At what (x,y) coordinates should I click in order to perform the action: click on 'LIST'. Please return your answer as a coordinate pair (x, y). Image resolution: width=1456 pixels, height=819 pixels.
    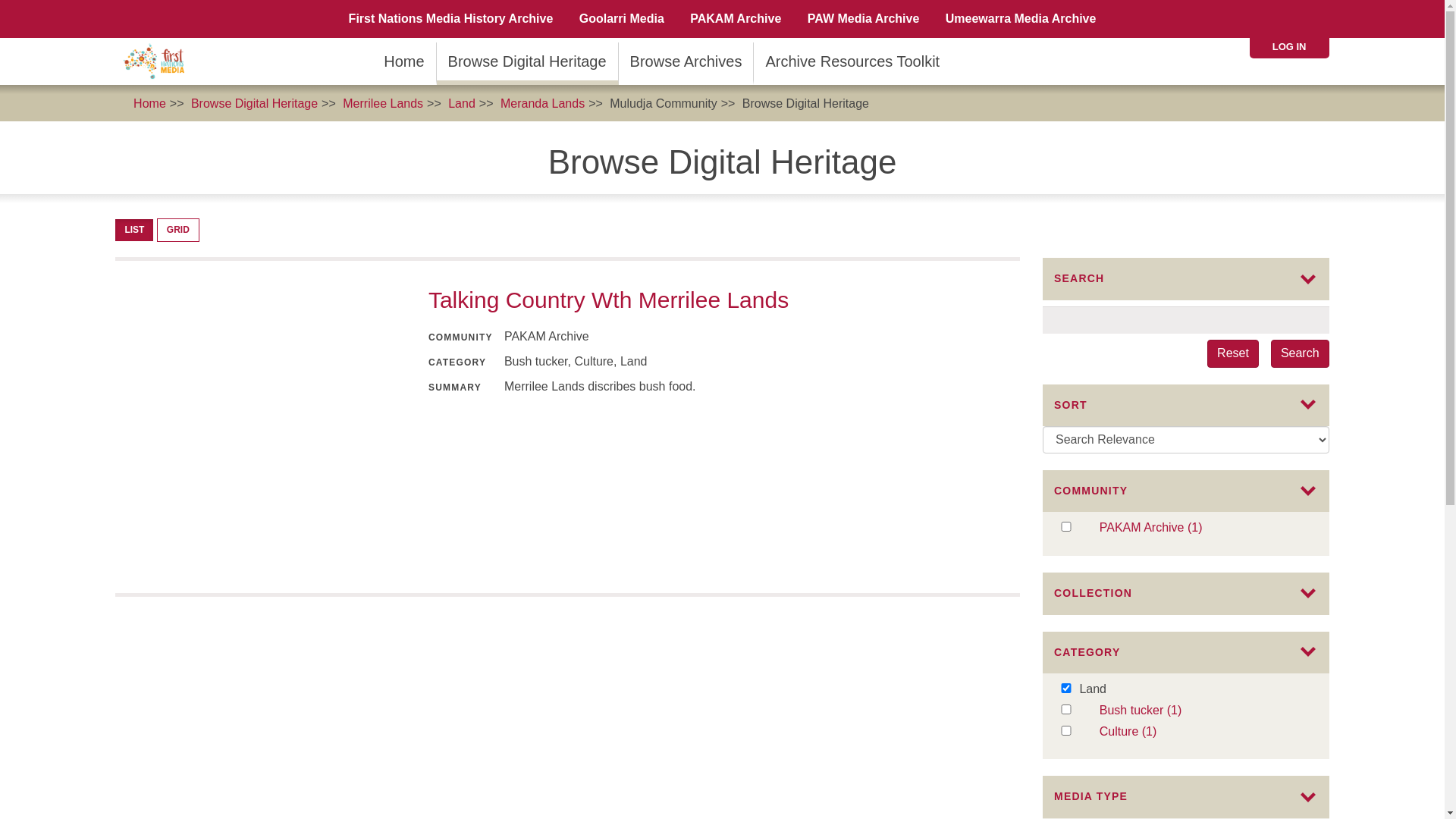
    Looking at the image, I should click on (134, 230).